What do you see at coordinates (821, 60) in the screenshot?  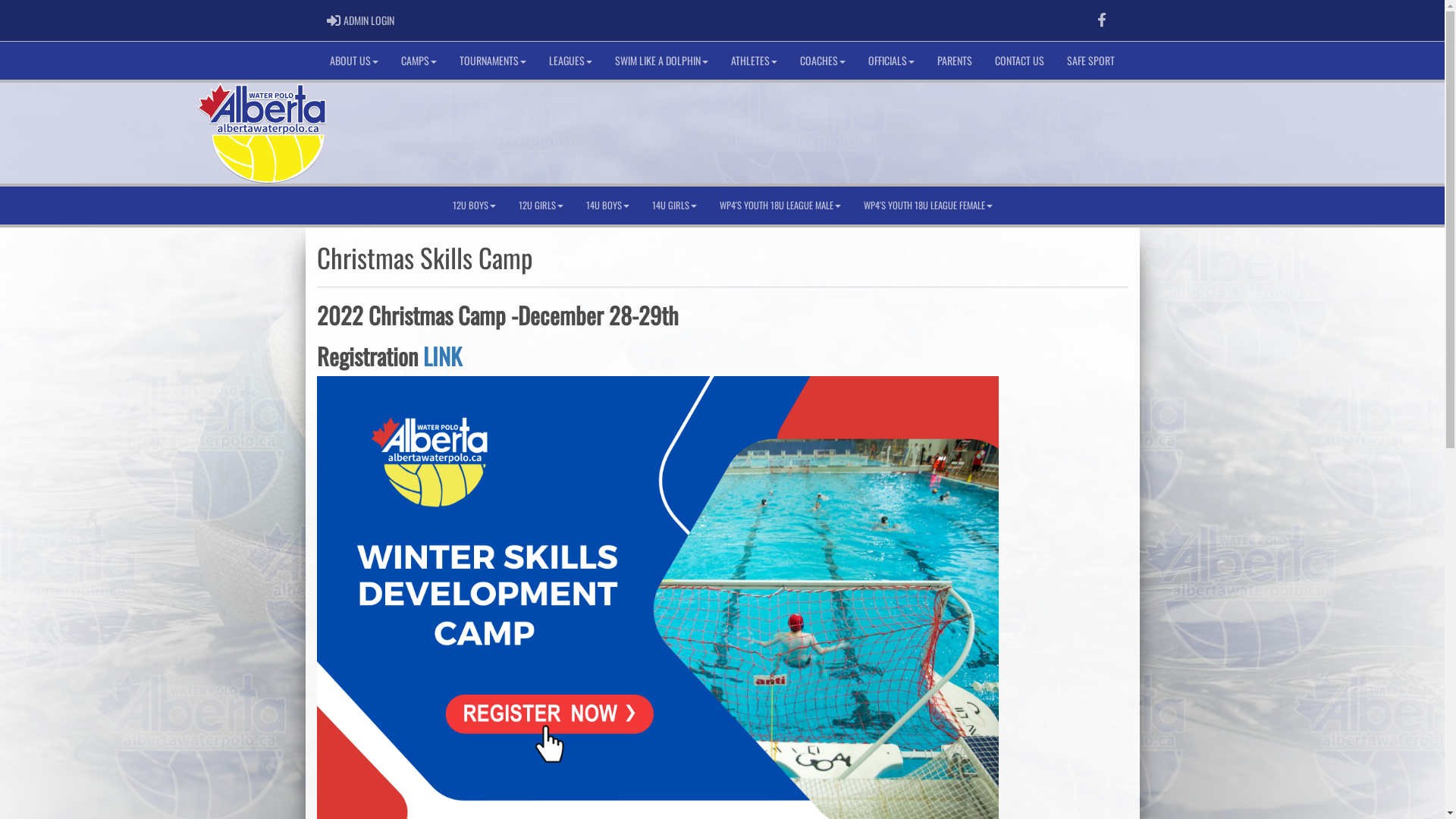 I see `'COACHES'` at bounding box center [821, 60].